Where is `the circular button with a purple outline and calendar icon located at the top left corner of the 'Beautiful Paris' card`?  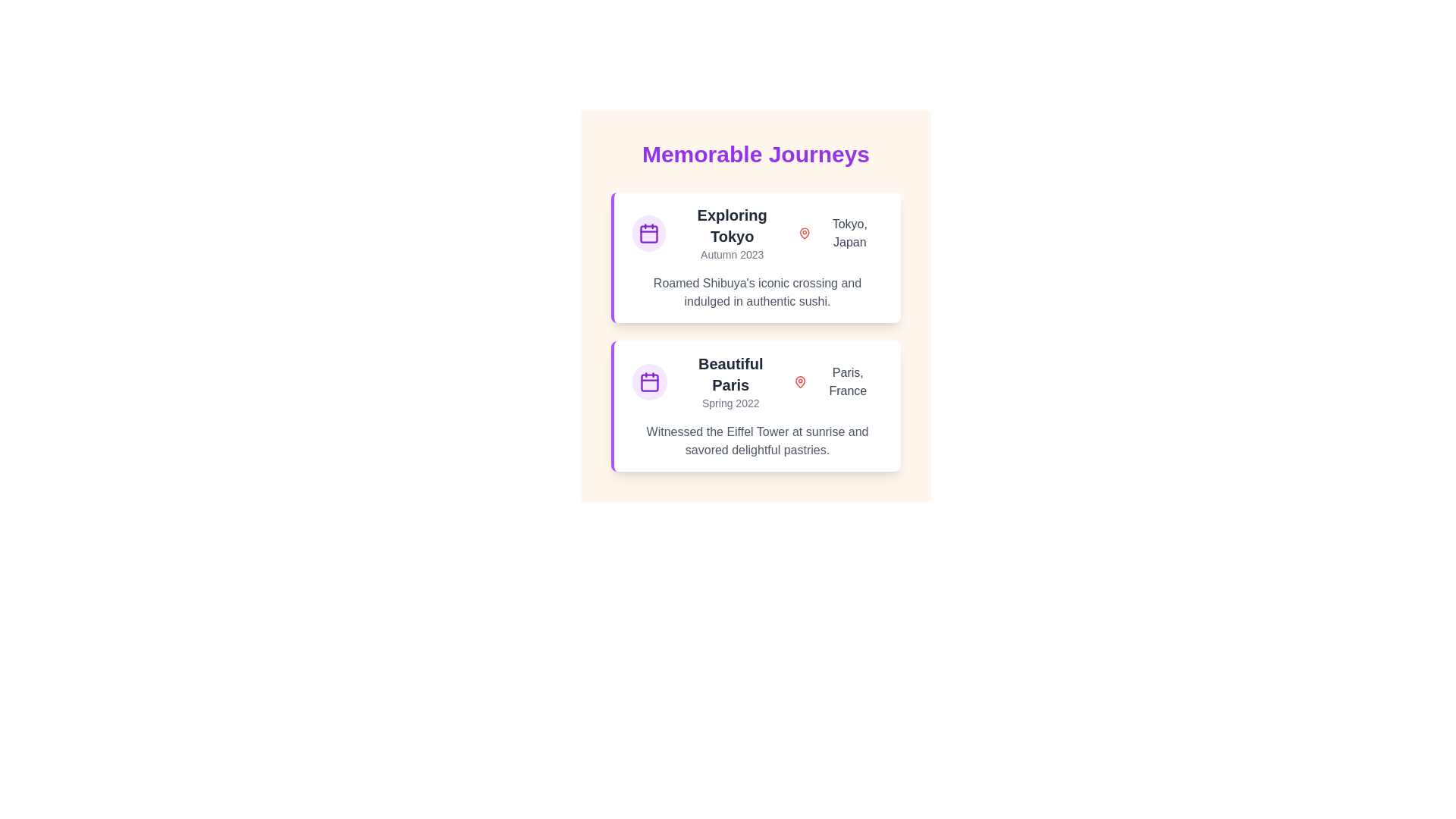 the circular button with a purple outline and calendar icon located at the top left corner of the 'Beautiful Paris' card is located at coordinates (650, 381).